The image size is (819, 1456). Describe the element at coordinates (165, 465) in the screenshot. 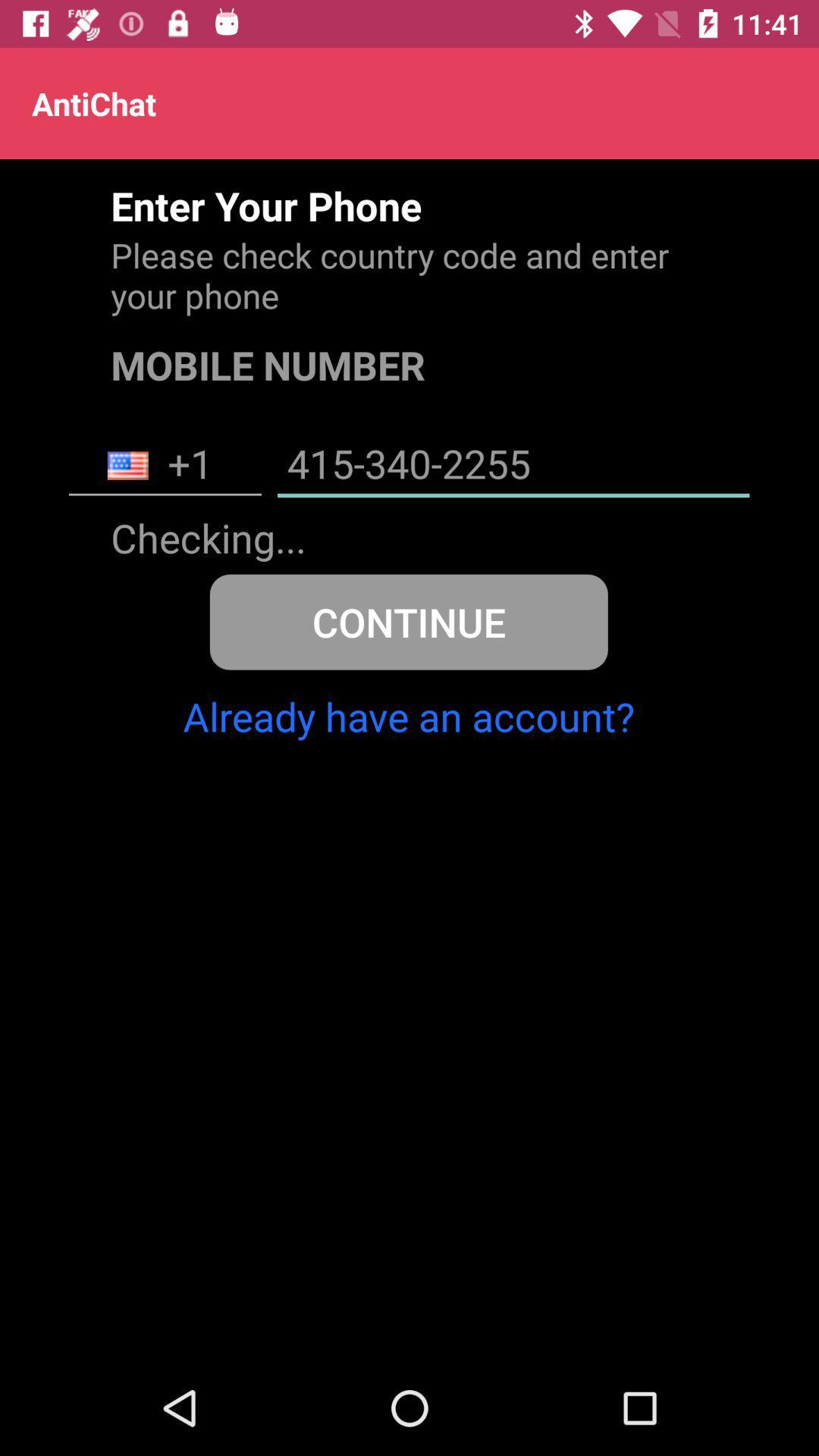

I see `the item next to the  415-340-2255` at that location.